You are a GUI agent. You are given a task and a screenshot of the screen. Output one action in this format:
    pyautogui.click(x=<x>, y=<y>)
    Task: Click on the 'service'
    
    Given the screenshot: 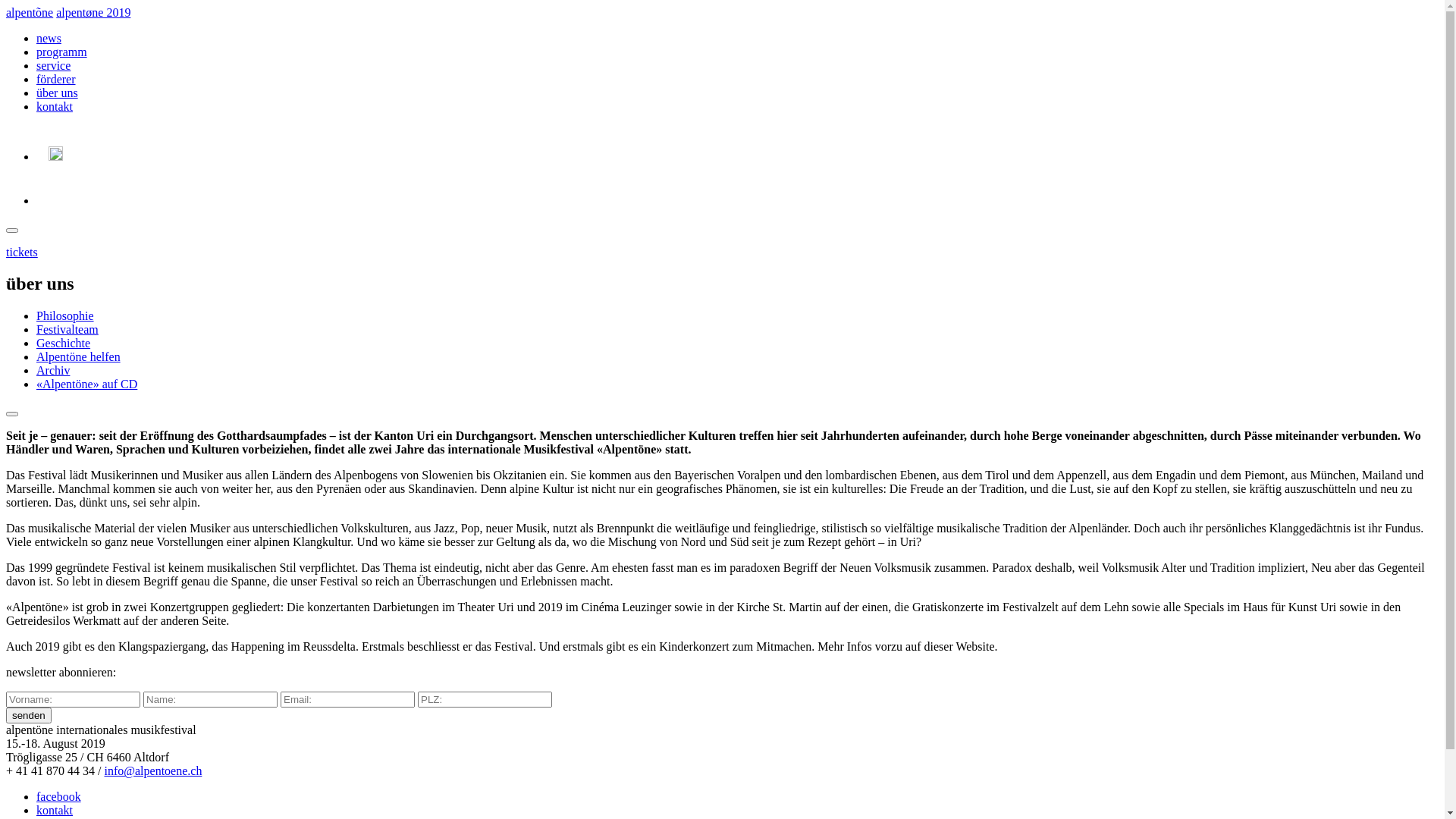 What is the action you would take?
    pyautogui.click(x=53, y=64)
    